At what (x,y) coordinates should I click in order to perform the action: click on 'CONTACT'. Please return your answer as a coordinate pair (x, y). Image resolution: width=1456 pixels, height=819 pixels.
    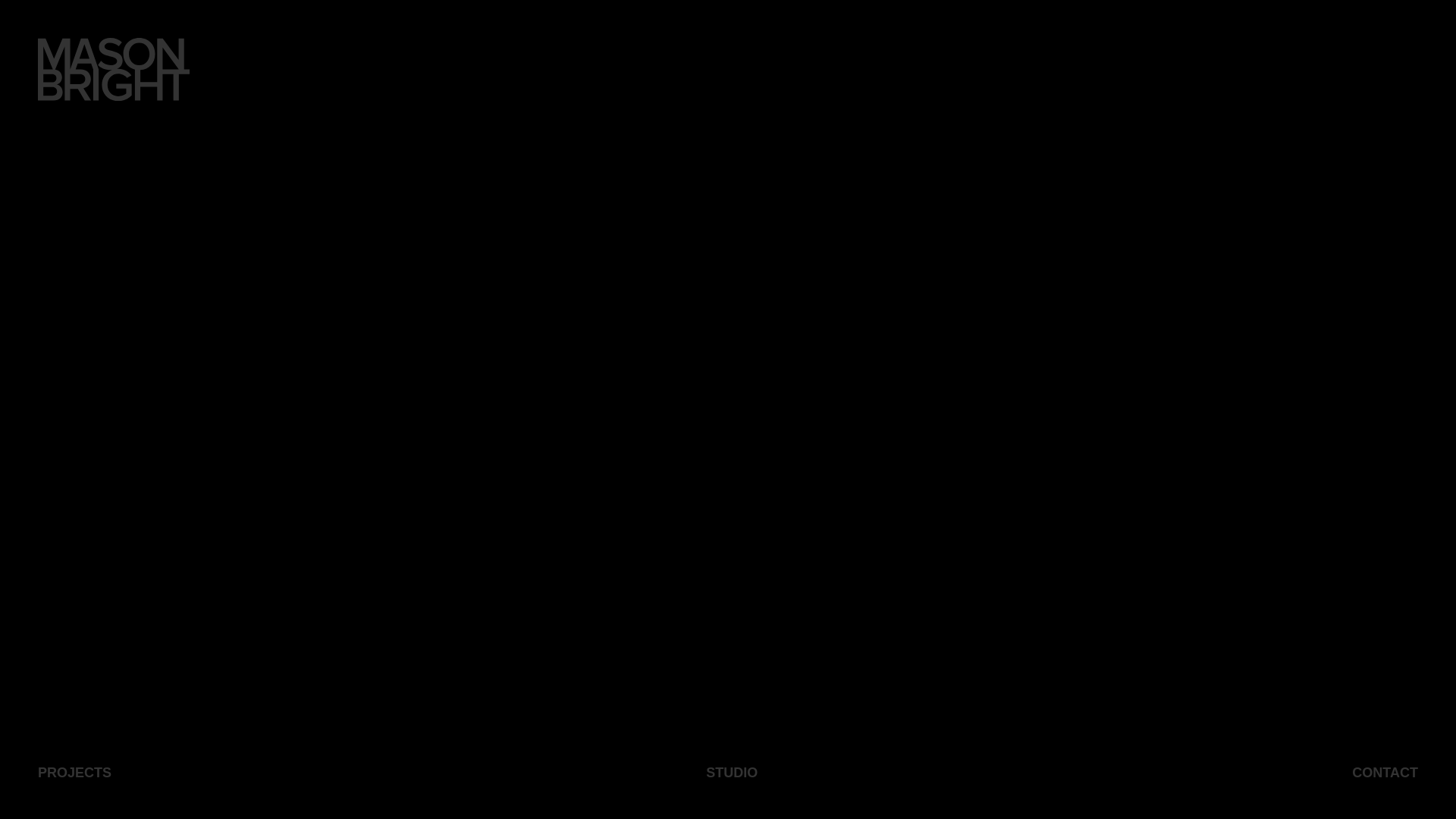
    Looking at the image, I should click on (1385, 772).